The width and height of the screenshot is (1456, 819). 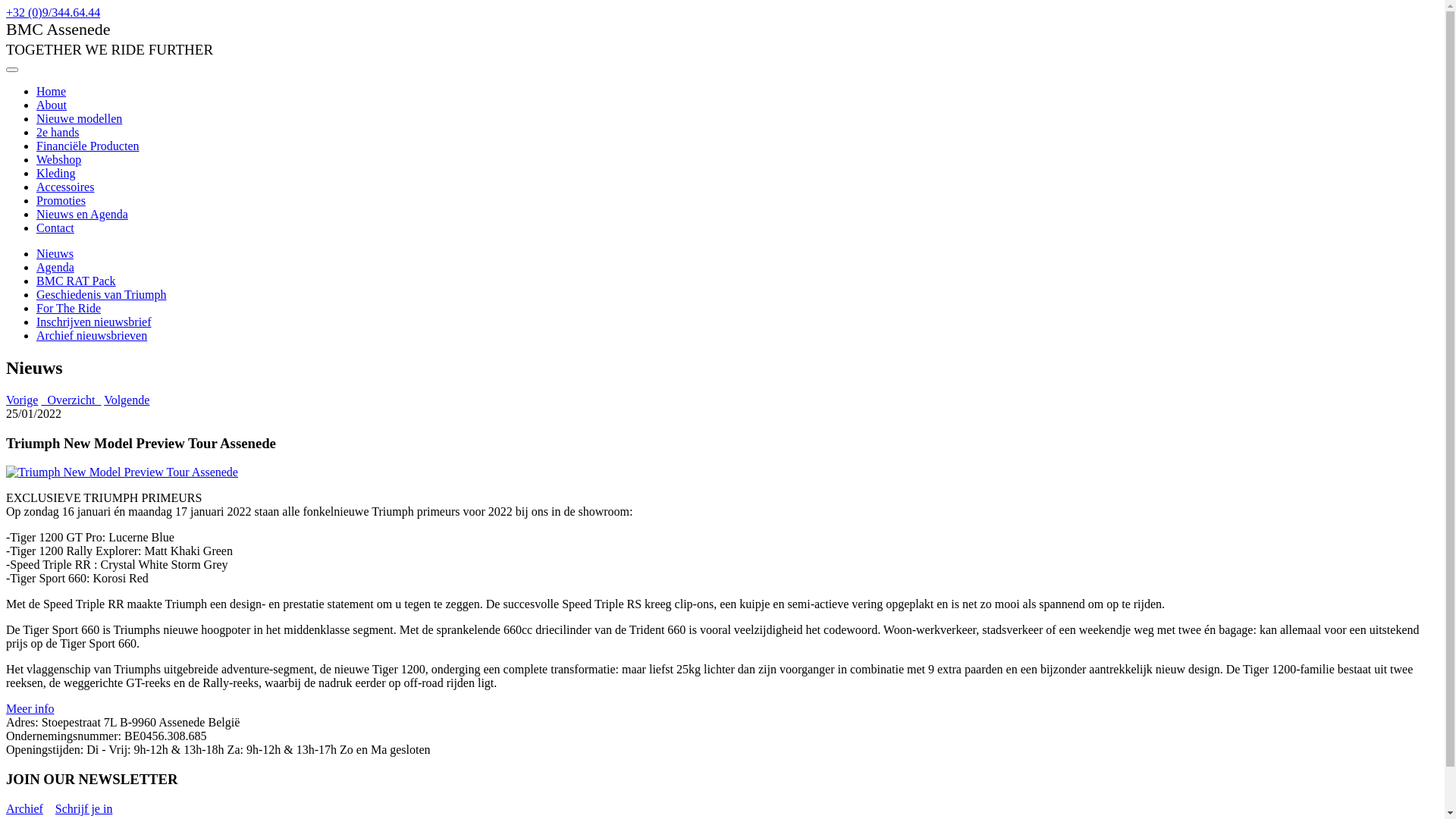 I want to click on 'Meer info', so click(x=30, y=708).